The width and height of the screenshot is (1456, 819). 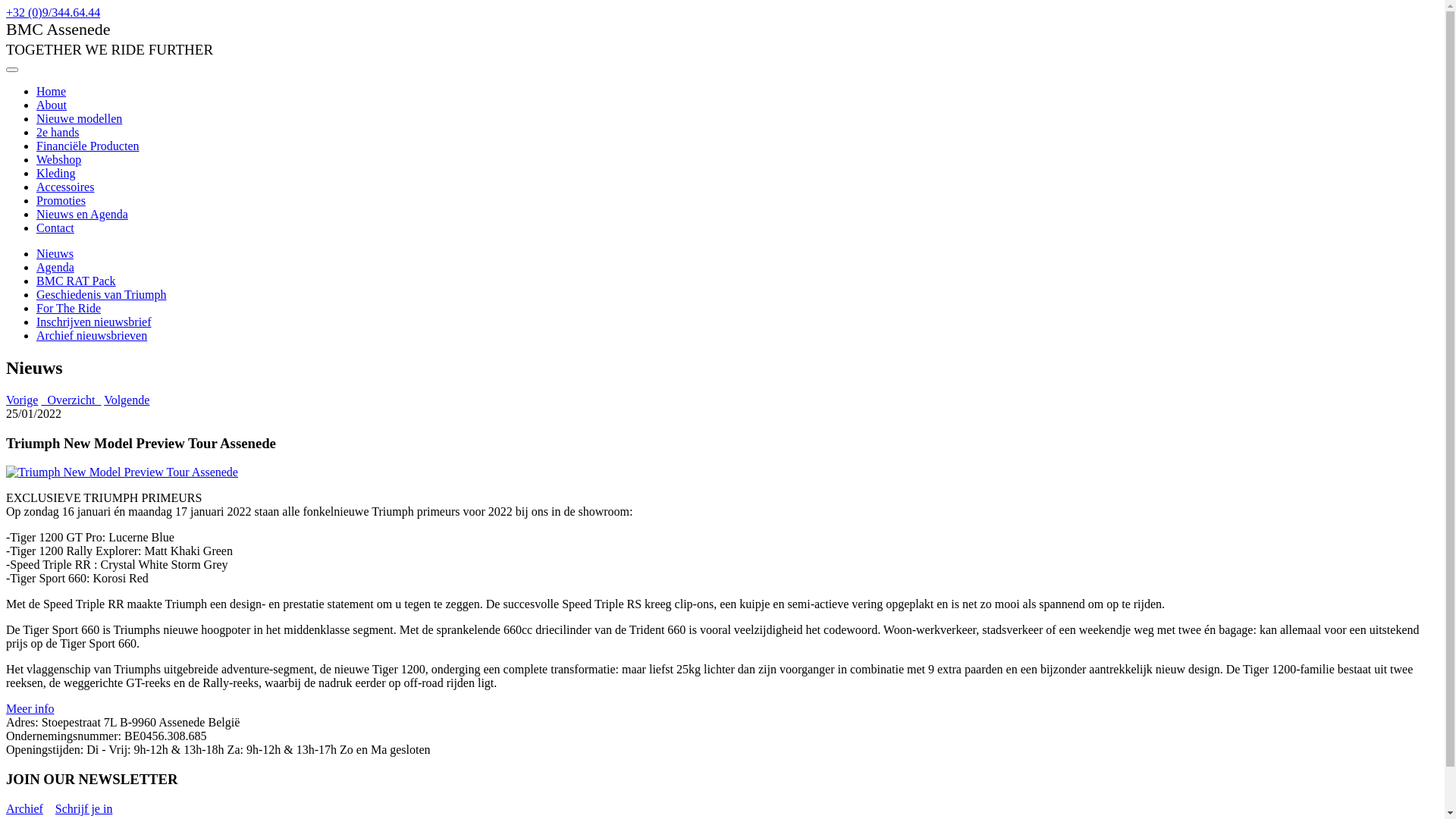 I want to click on 'Meer info', so click(x=30, y=708).